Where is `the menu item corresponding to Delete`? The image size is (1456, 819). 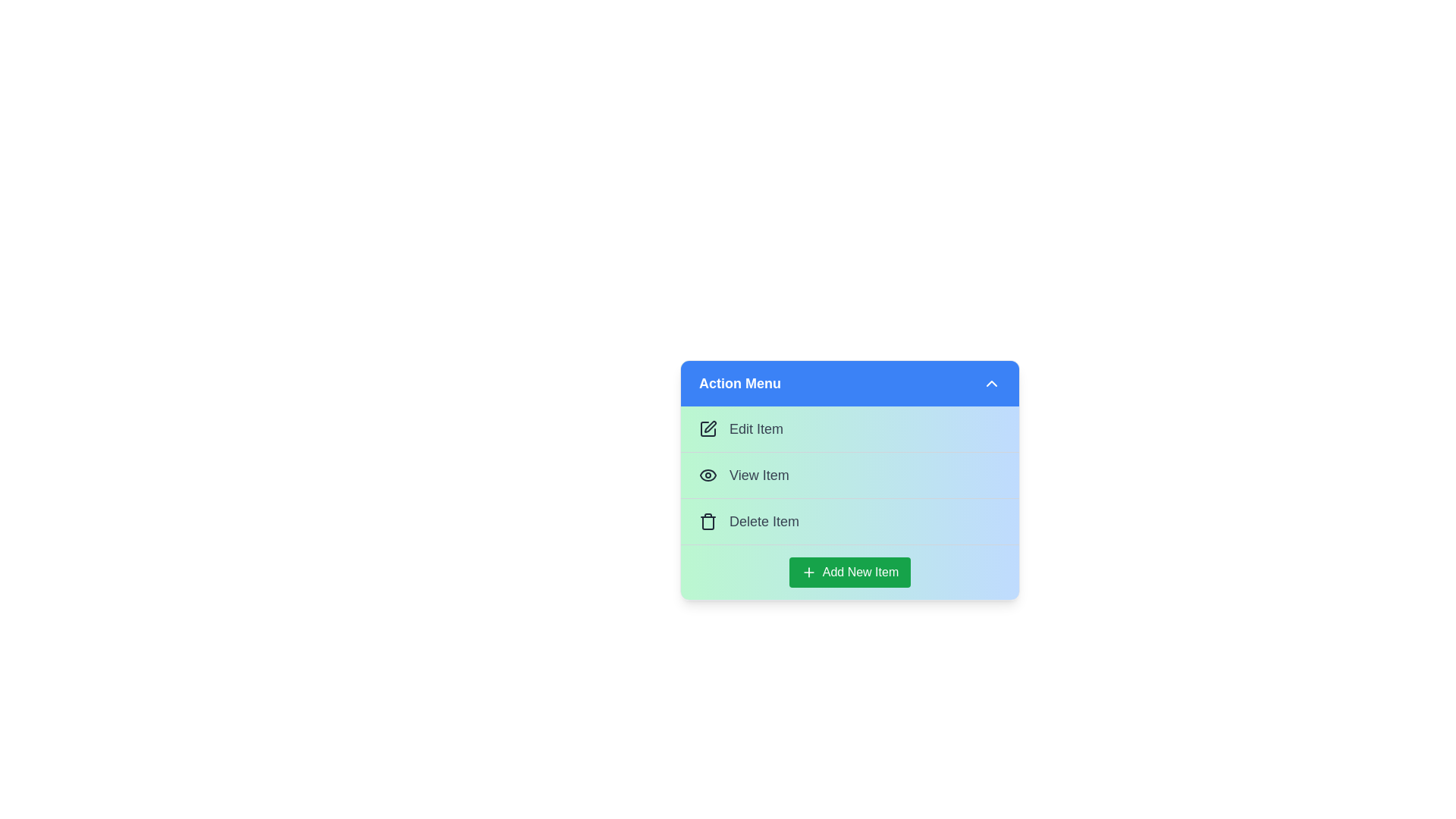
the menu item corresponding to Delete is located at coordinates (850, 520).